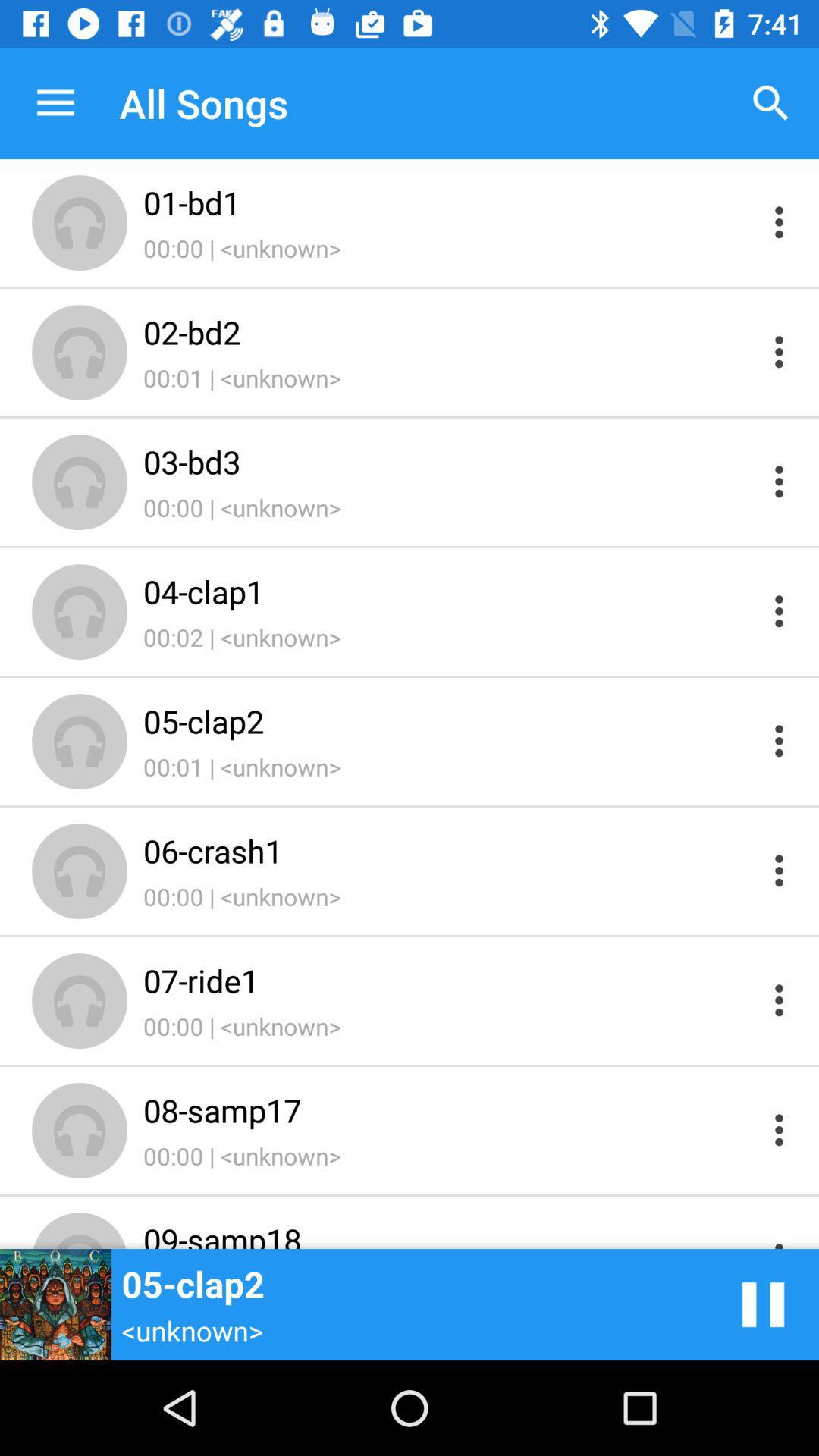 The height and width of the screenshot is (1456, 819). I want to click on the item above 00:02 | <unknown>, so click(448, 590).